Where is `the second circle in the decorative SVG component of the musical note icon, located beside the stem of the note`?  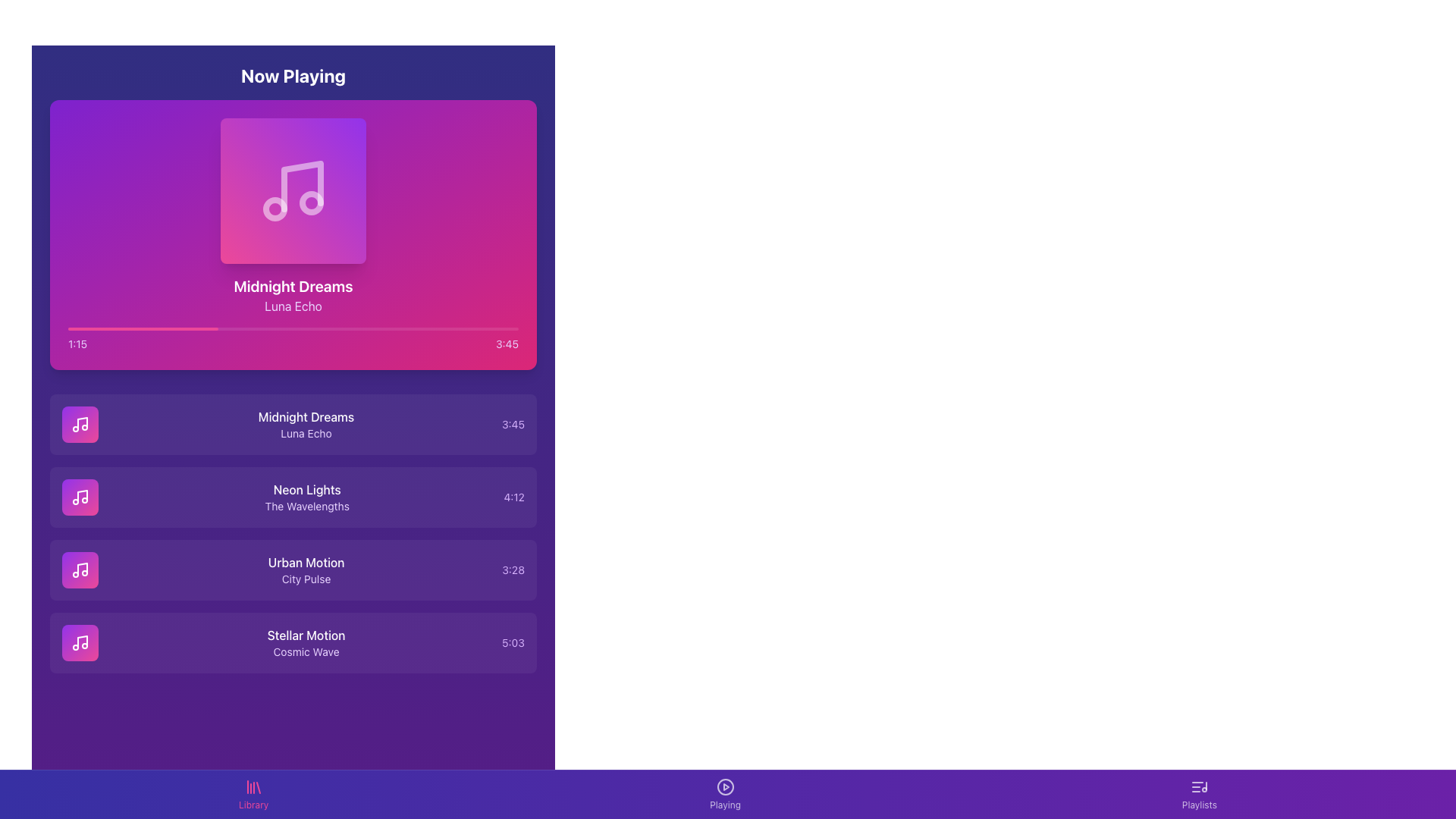
the second circle in the decorative SVG component of the musical note icon, located beside the stem of the note is located at coordinates (275, 209).